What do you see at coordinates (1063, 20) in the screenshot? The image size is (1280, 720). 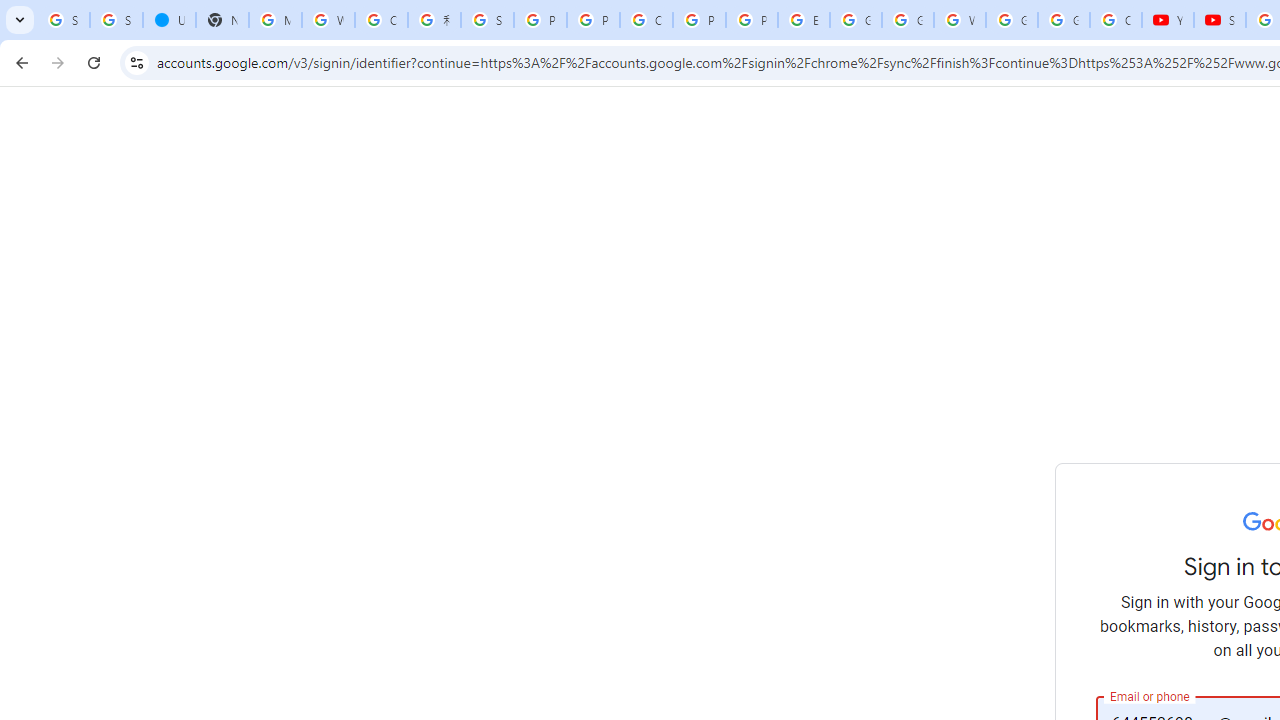 I see `'Google Account'` at bounding box center [1063, 20].